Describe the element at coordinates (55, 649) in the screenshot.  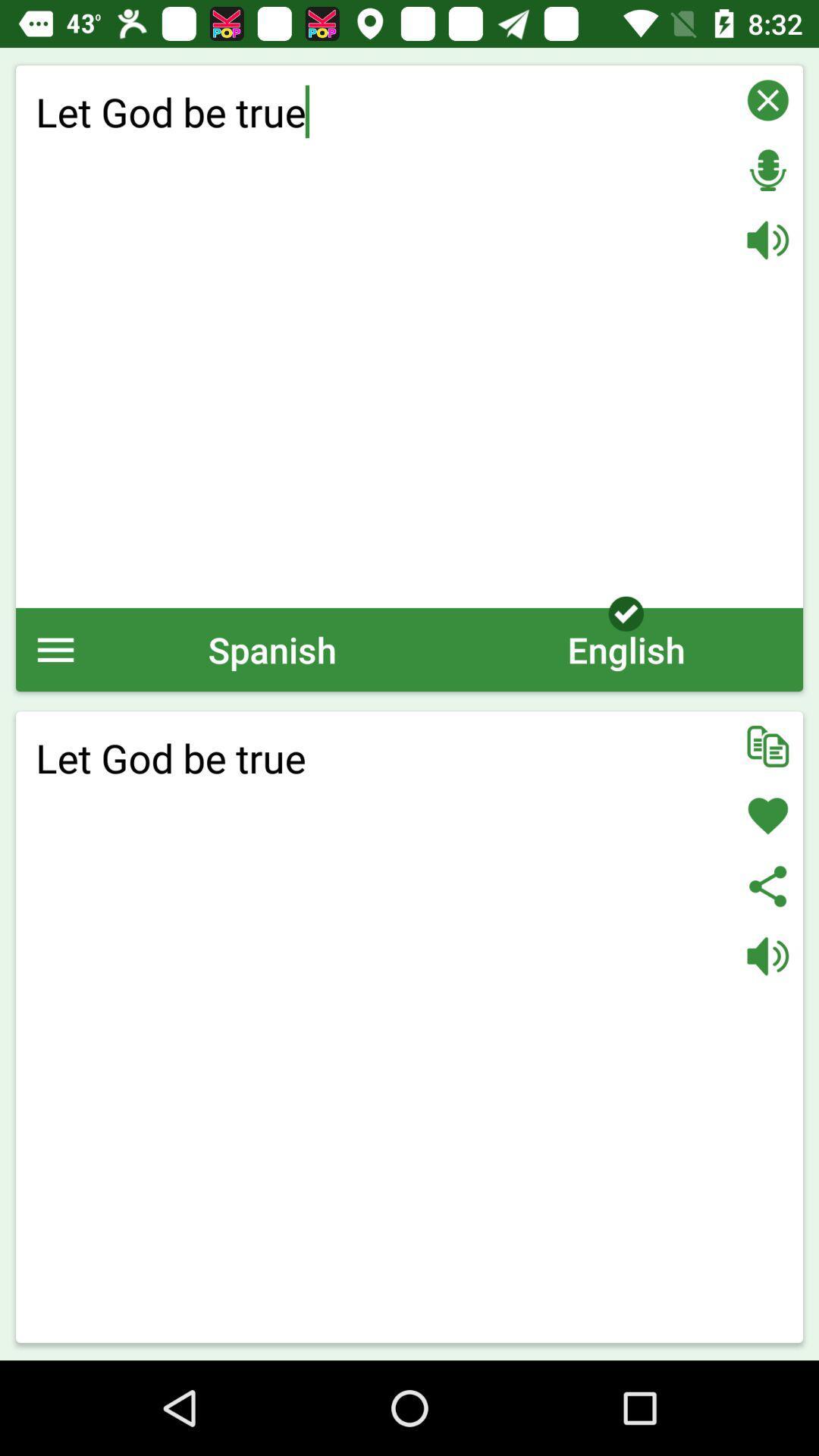
I see `menu options` at that location.